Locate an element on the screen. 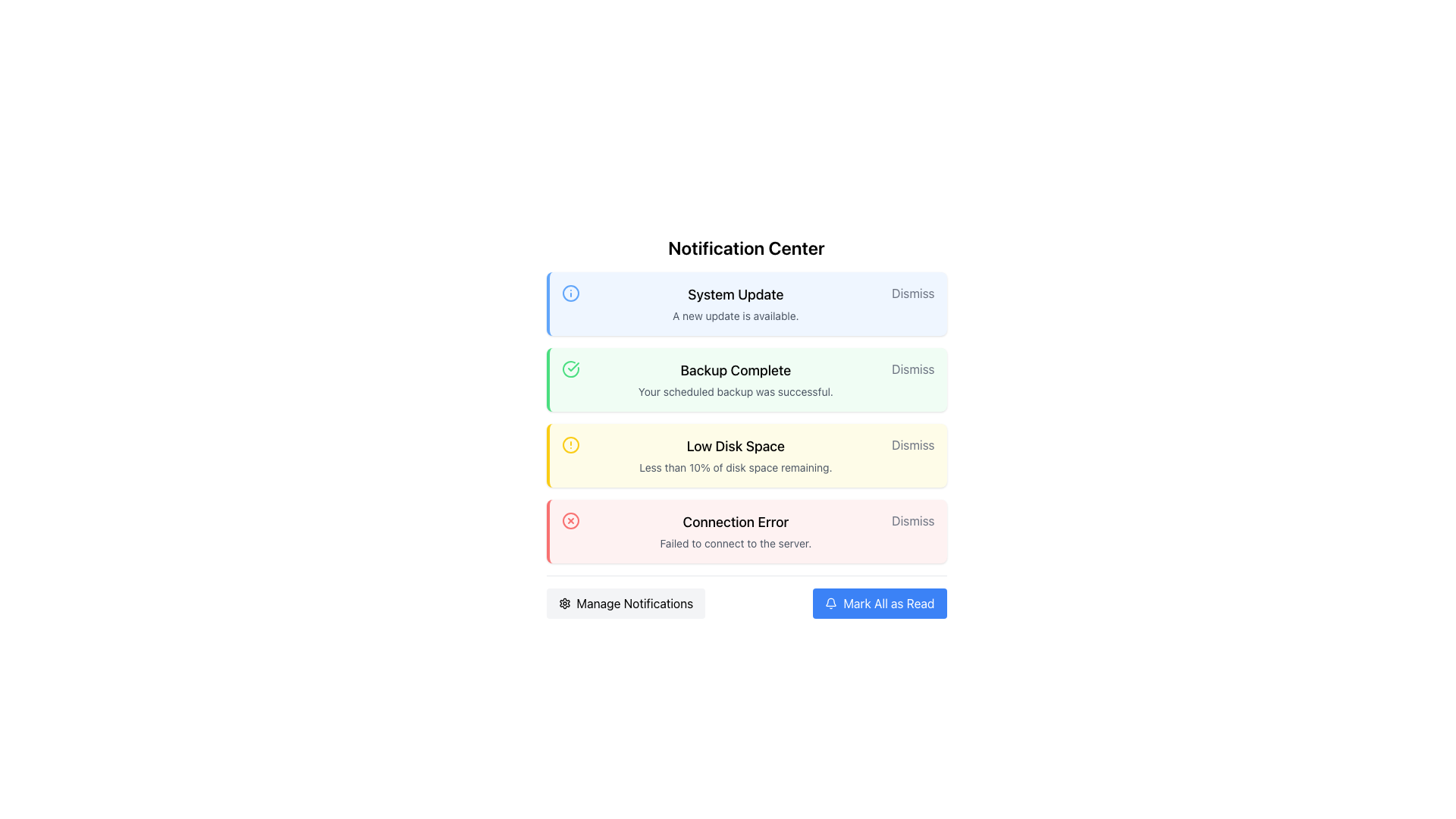  the information icon located at the top-left corner inside the first notification card labeled 'System Update' is located at coordinates (570, 293).